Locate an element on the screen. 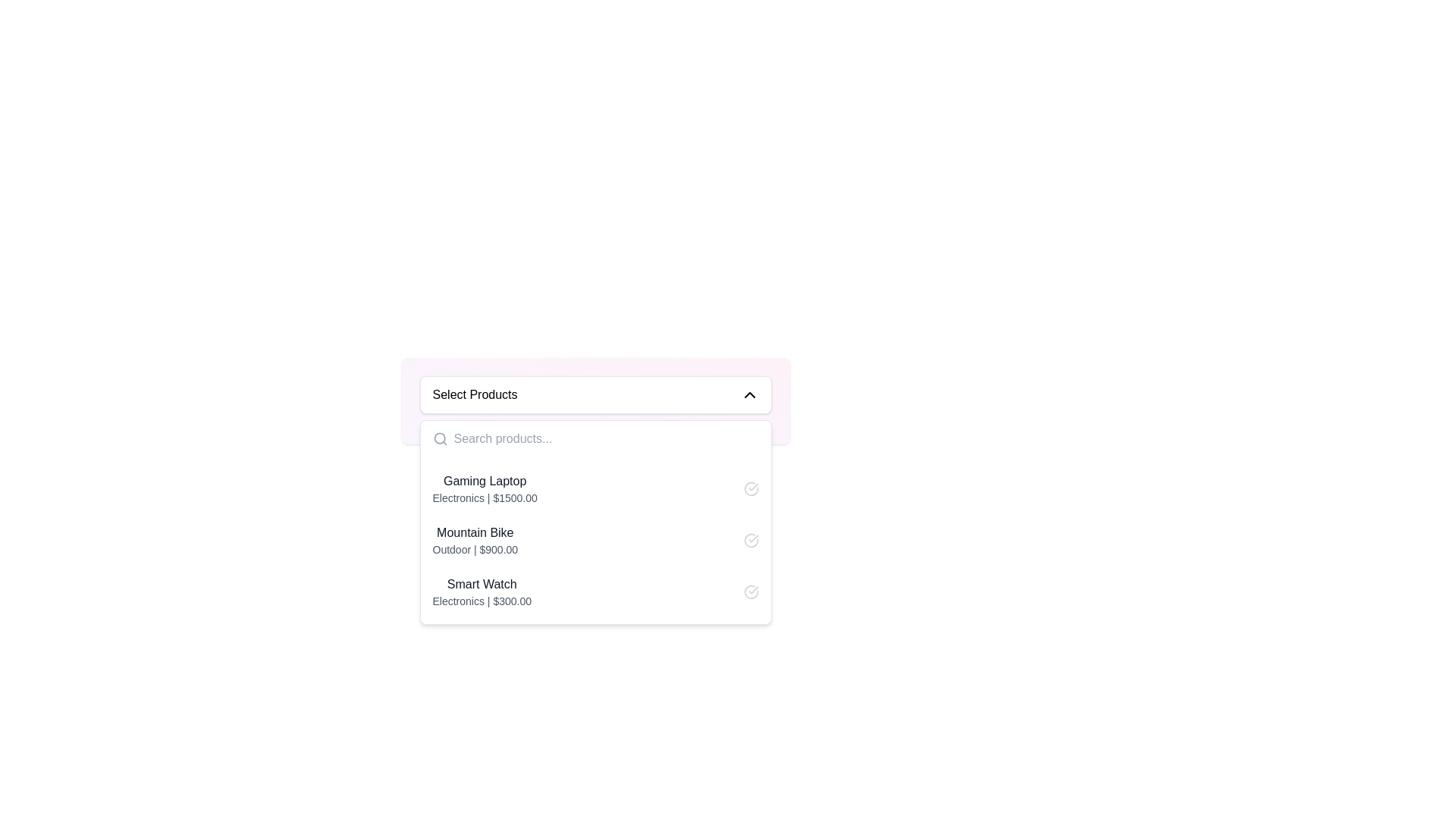 The image size is (1456, 819). the selectable list entry for 'Mountain Bike', which is the second item in the dropdown list is located at coordinates (595, 540).